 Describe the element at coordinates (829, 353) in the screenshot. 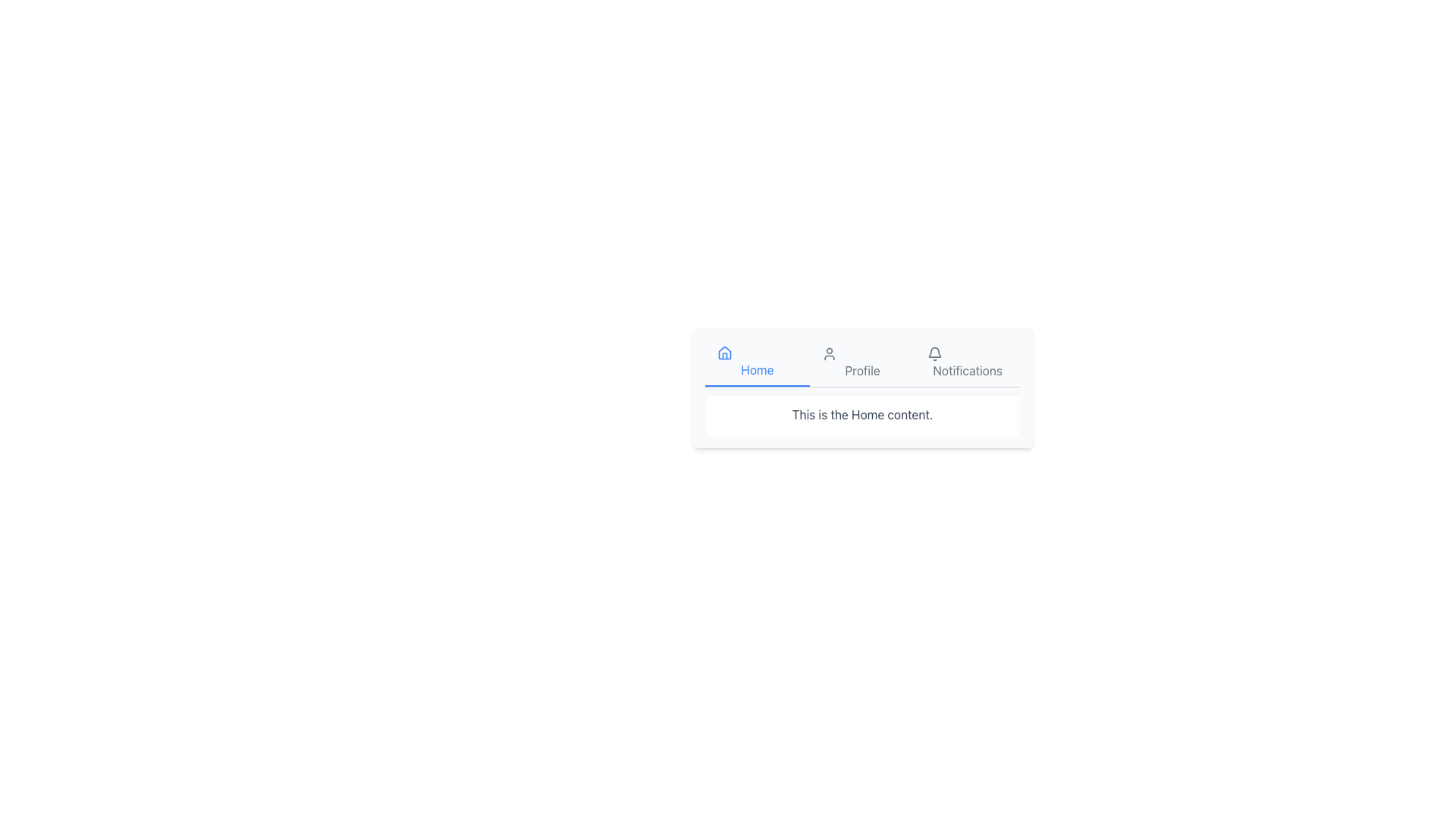

I see `the 'Profile' icon located in the navigation bar` at that location.